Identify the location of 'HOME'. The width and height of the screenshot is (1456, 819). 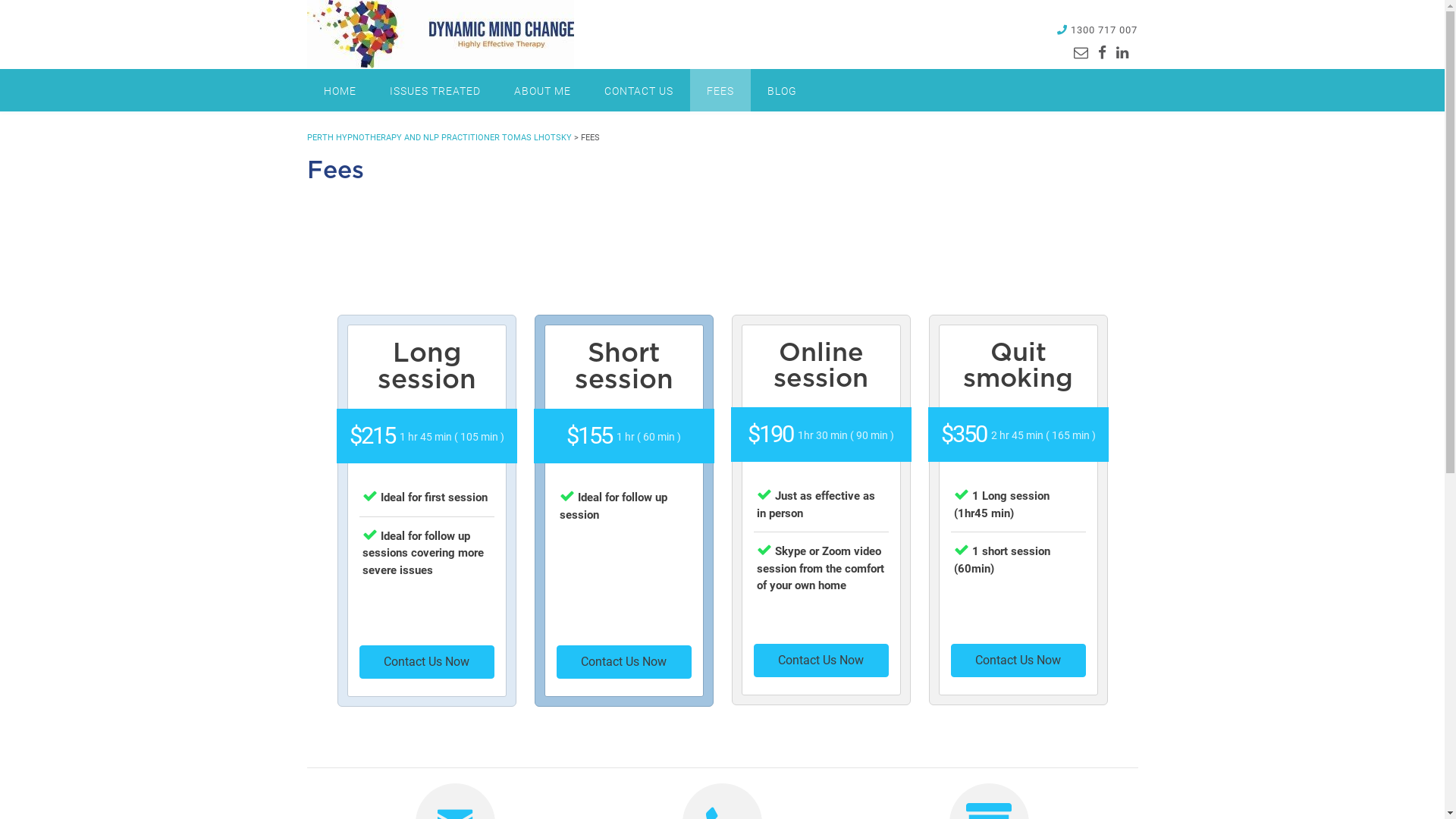
(305, 90).